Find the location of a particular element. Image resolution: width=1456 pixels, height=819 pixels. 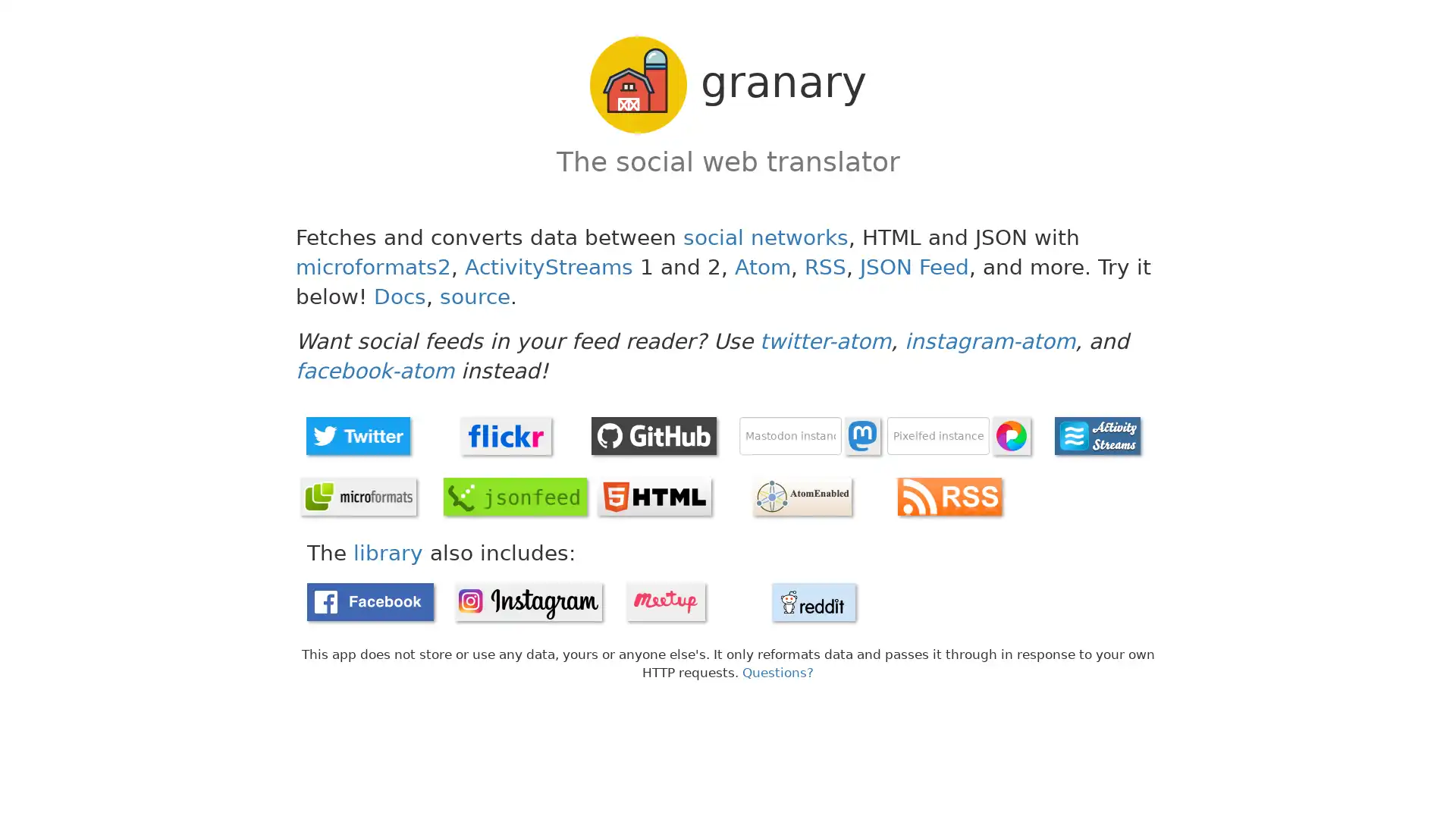

Twitter is located at coordinates (356, 435).